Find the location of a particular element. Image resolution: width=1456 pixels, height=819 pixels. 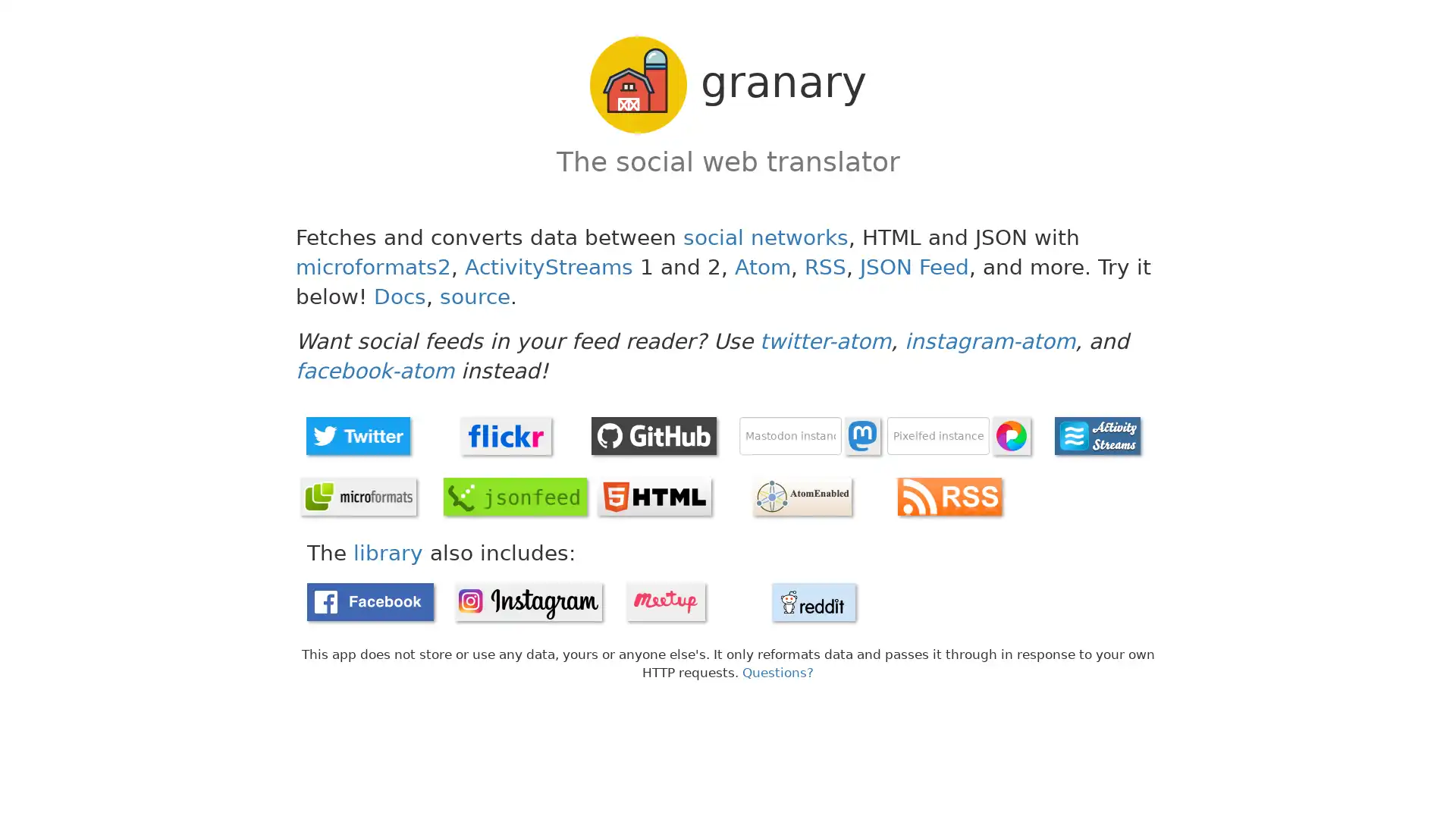

Twitter is located at coordinates (356, 435).